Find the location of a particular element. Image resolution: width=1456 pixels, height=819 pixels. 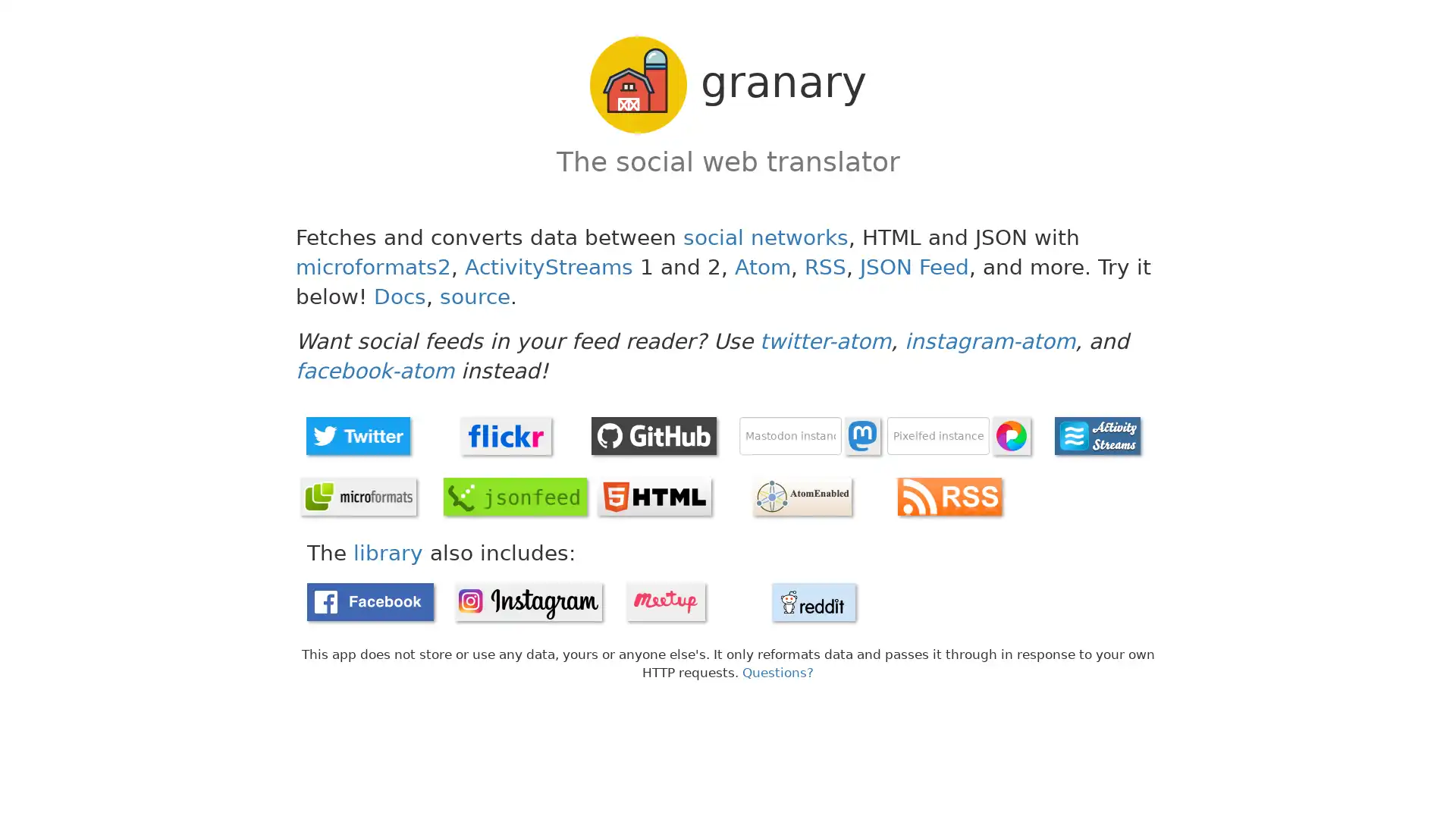

Twitter is located at coordinates (356, 435).